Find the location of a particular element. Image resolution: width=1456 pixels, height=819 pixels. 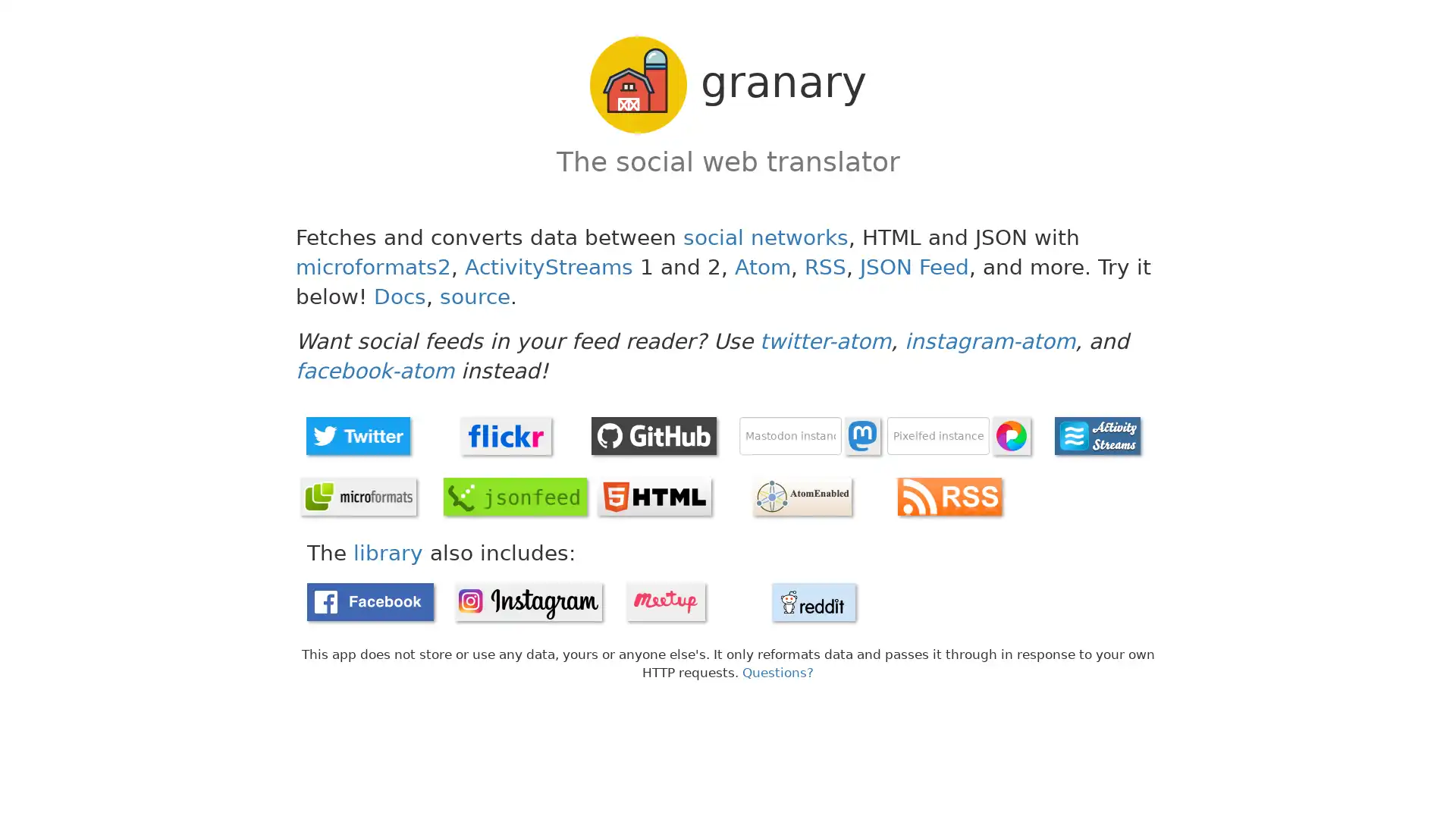

Twitter is located at coordinates (356, 435).